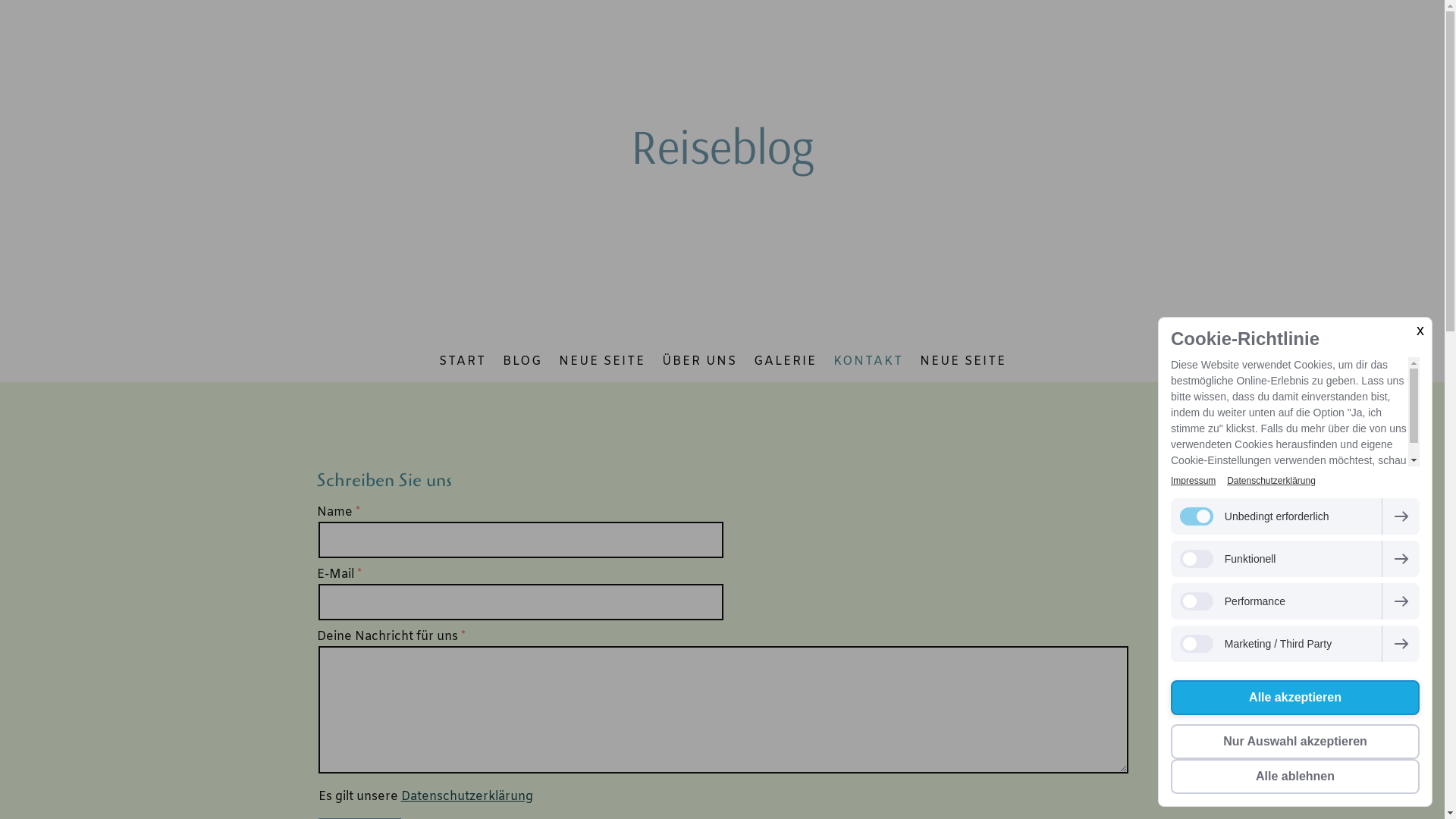 The image size is (1456, 819). What do you see at coordinates (549, 362) in the screenshot?
I see `'NEUE SEITE'` at bounding box center [549, 362].